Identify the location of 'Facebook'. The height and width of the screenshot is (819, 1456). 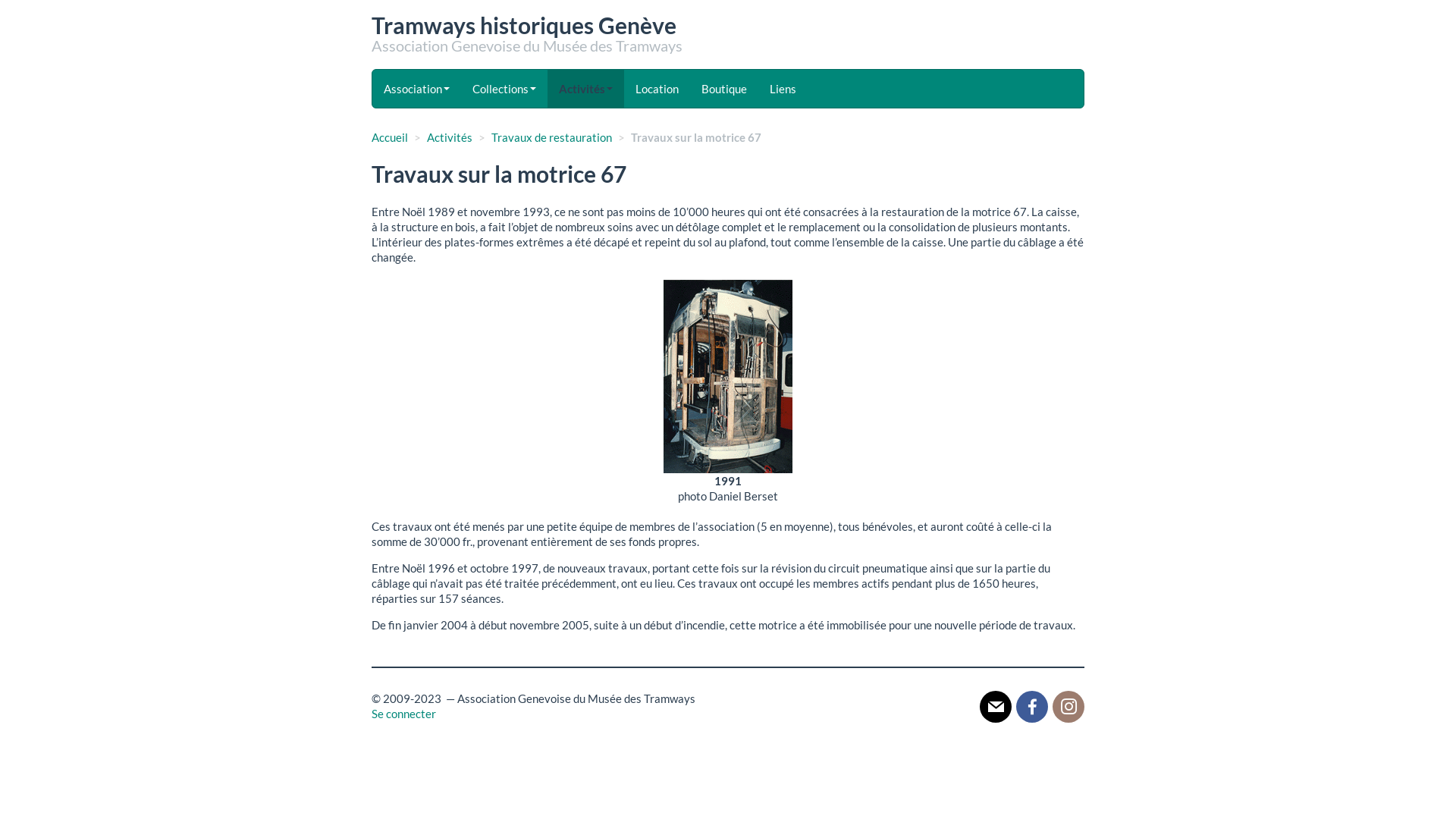
(1031, 705).